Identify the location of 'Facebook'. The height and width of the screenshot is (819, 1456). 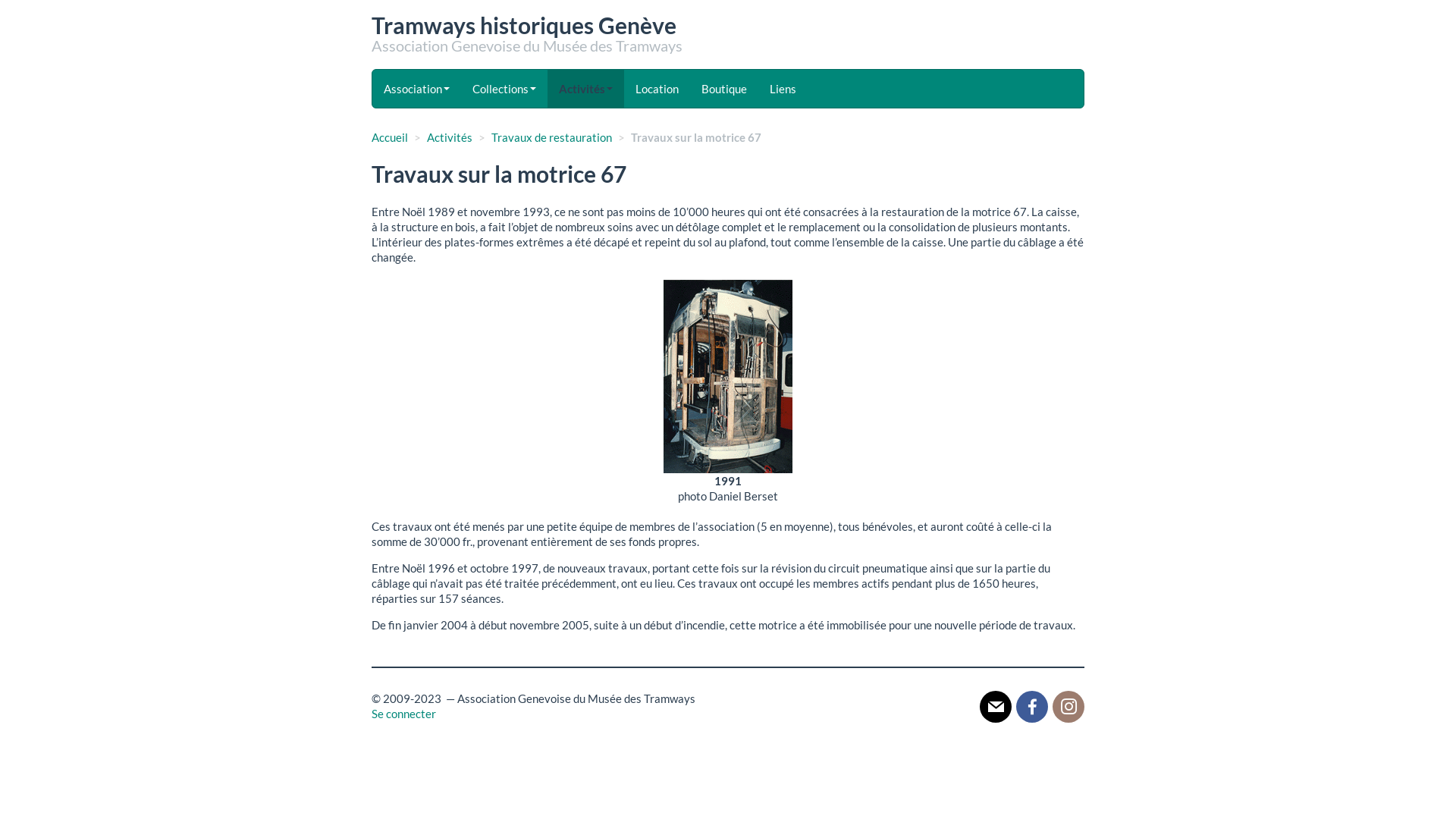
(1031, 705).